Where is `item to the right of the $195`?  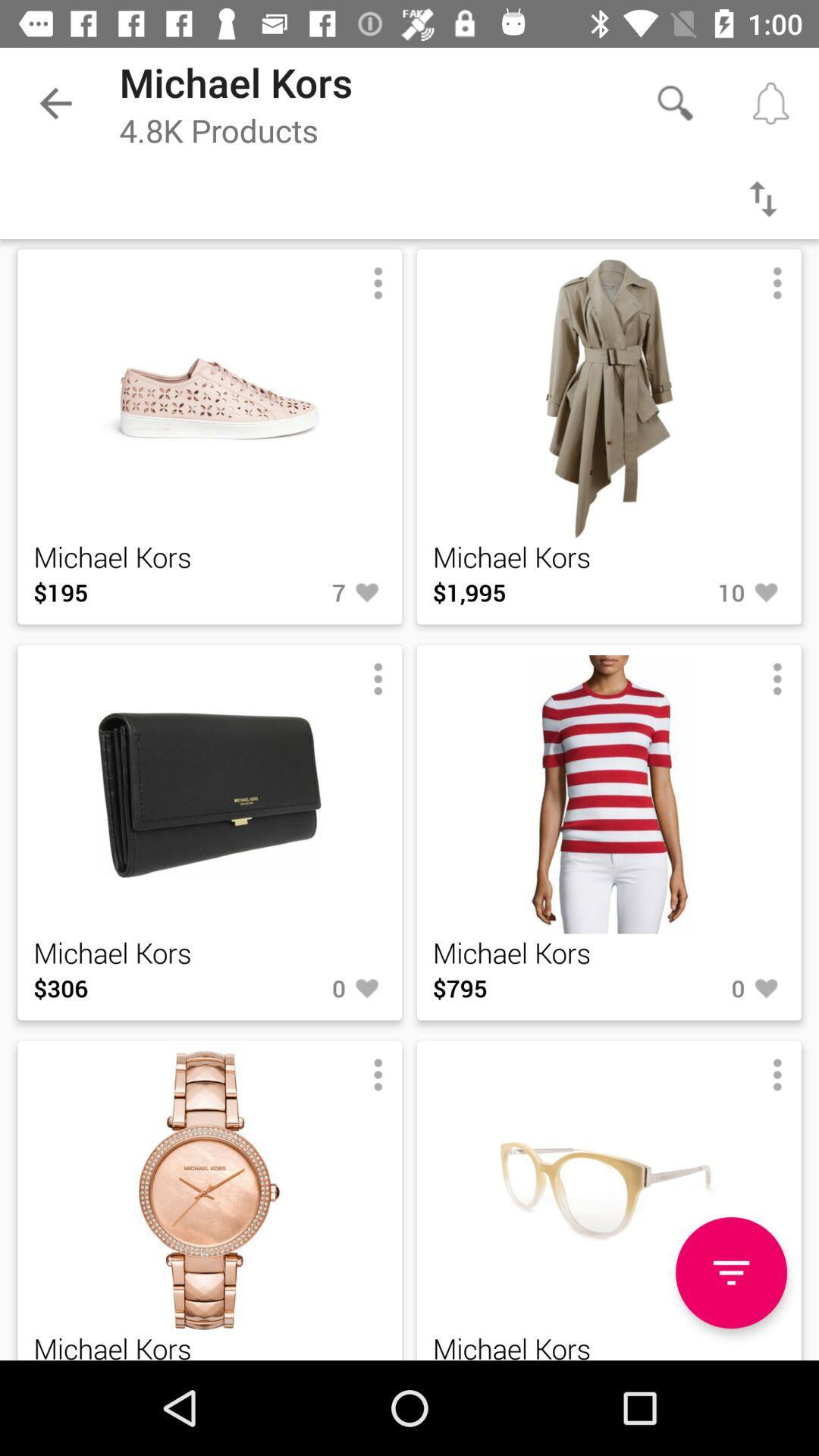
item to the right of the $195 is located at coordinates (298, 591).